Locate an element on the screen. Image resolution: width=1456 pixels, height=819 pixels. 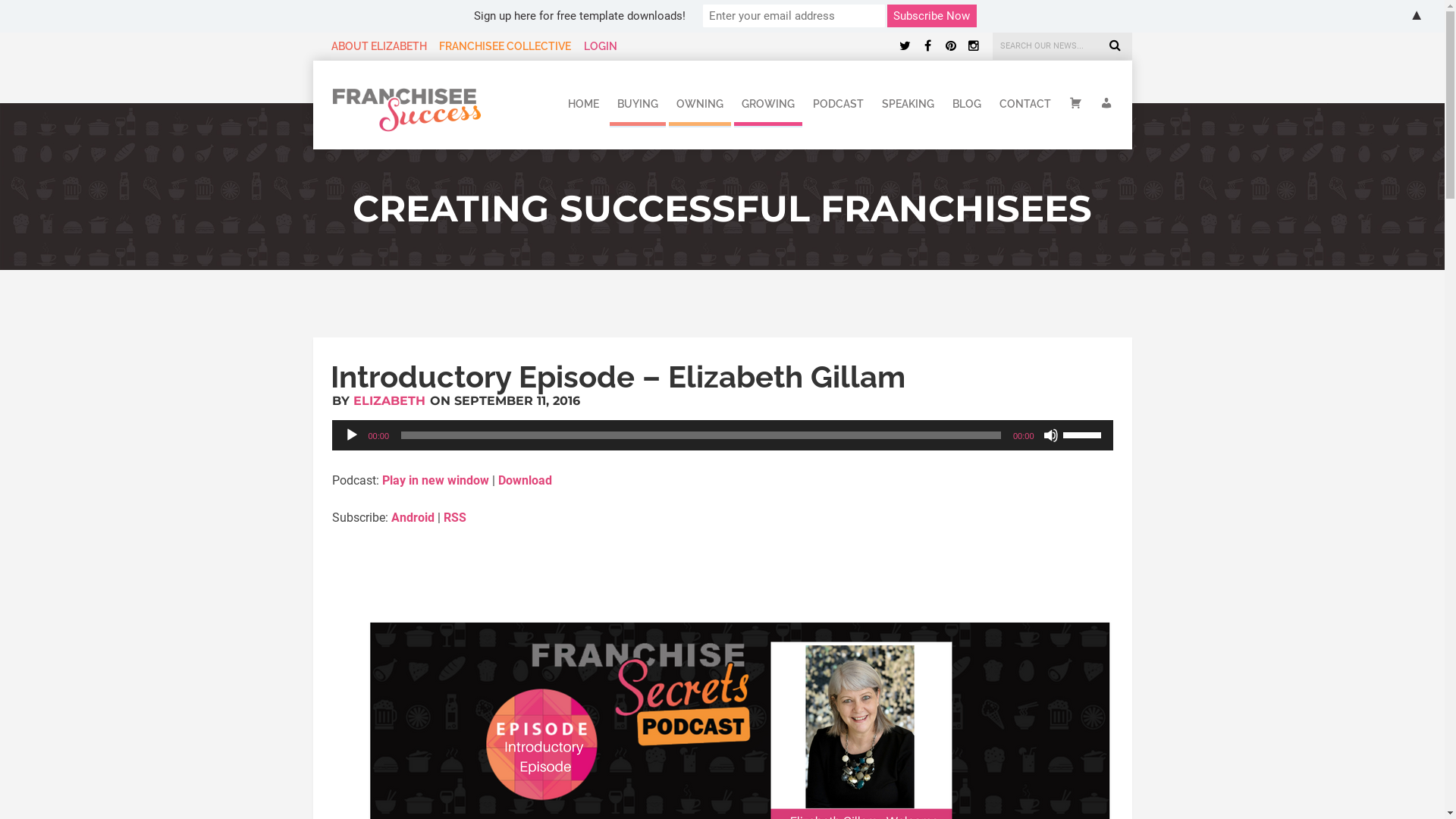
'Twitter' is located at coordinates (905, 45).